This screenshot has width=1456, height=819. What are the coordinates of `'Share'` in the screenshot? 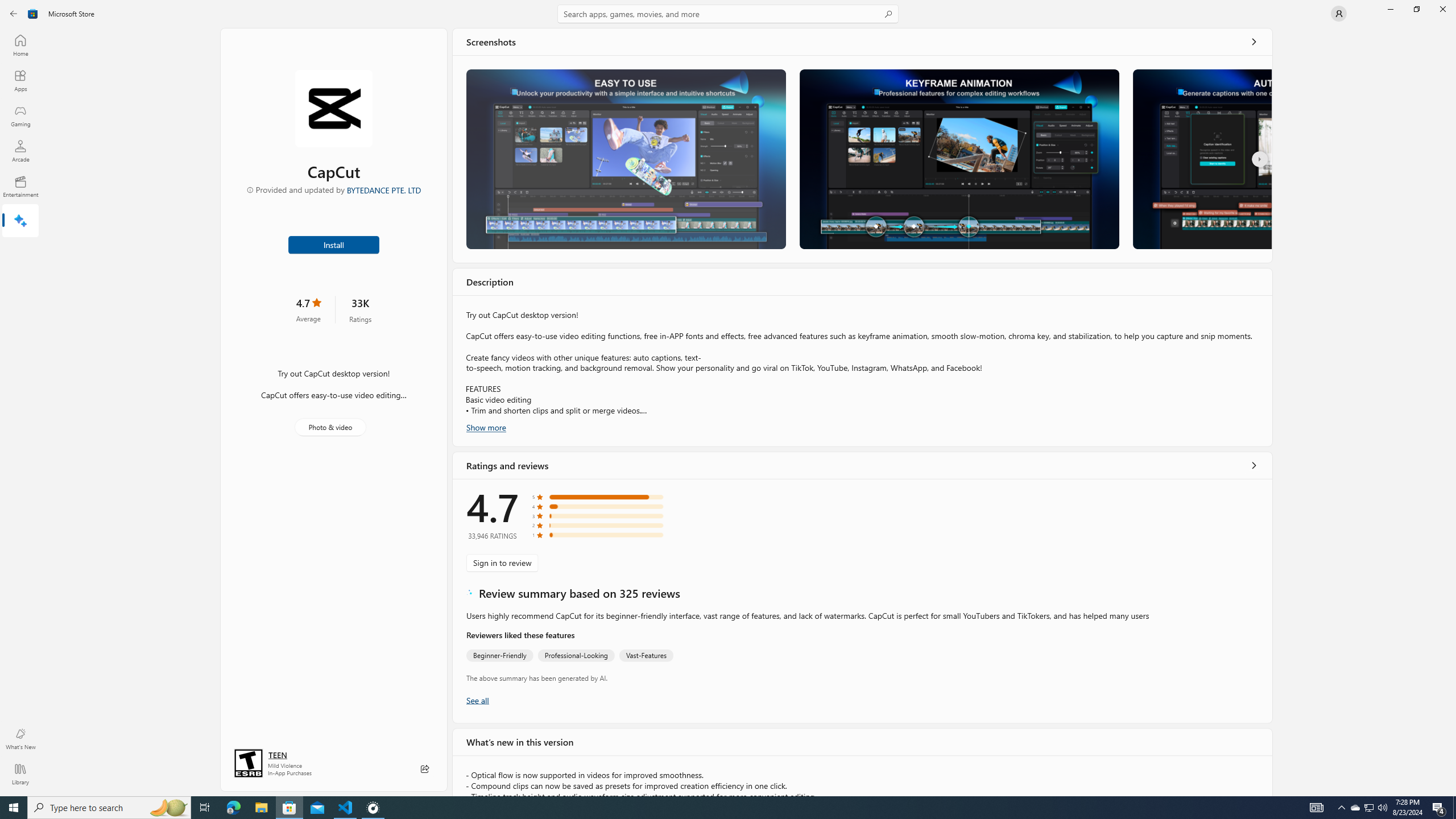 It's located at (424, 768).